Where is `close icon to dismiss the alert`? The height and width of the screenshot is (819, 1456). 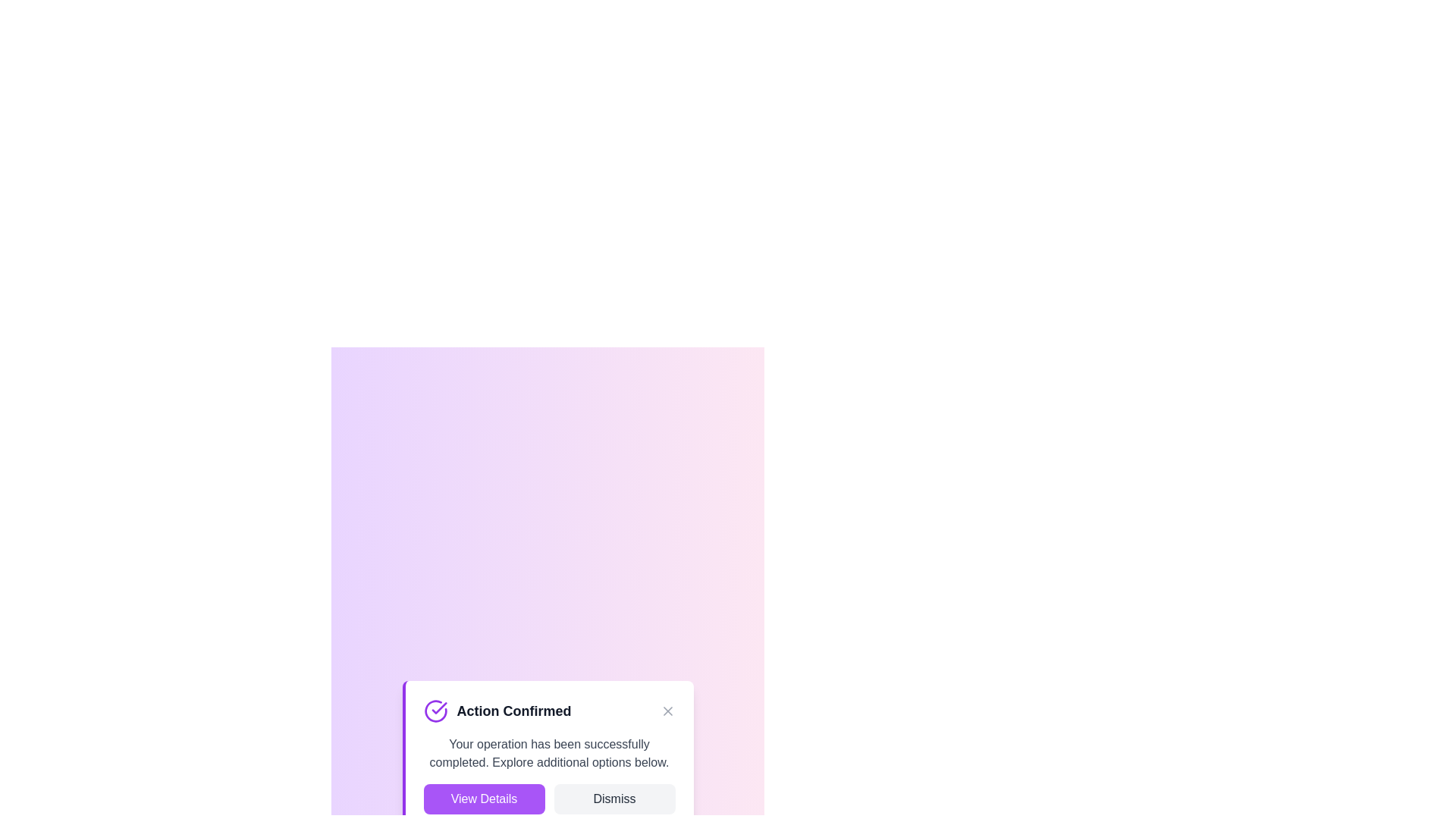 close icon to dismiss the alert is located at coordinates (667, 711).